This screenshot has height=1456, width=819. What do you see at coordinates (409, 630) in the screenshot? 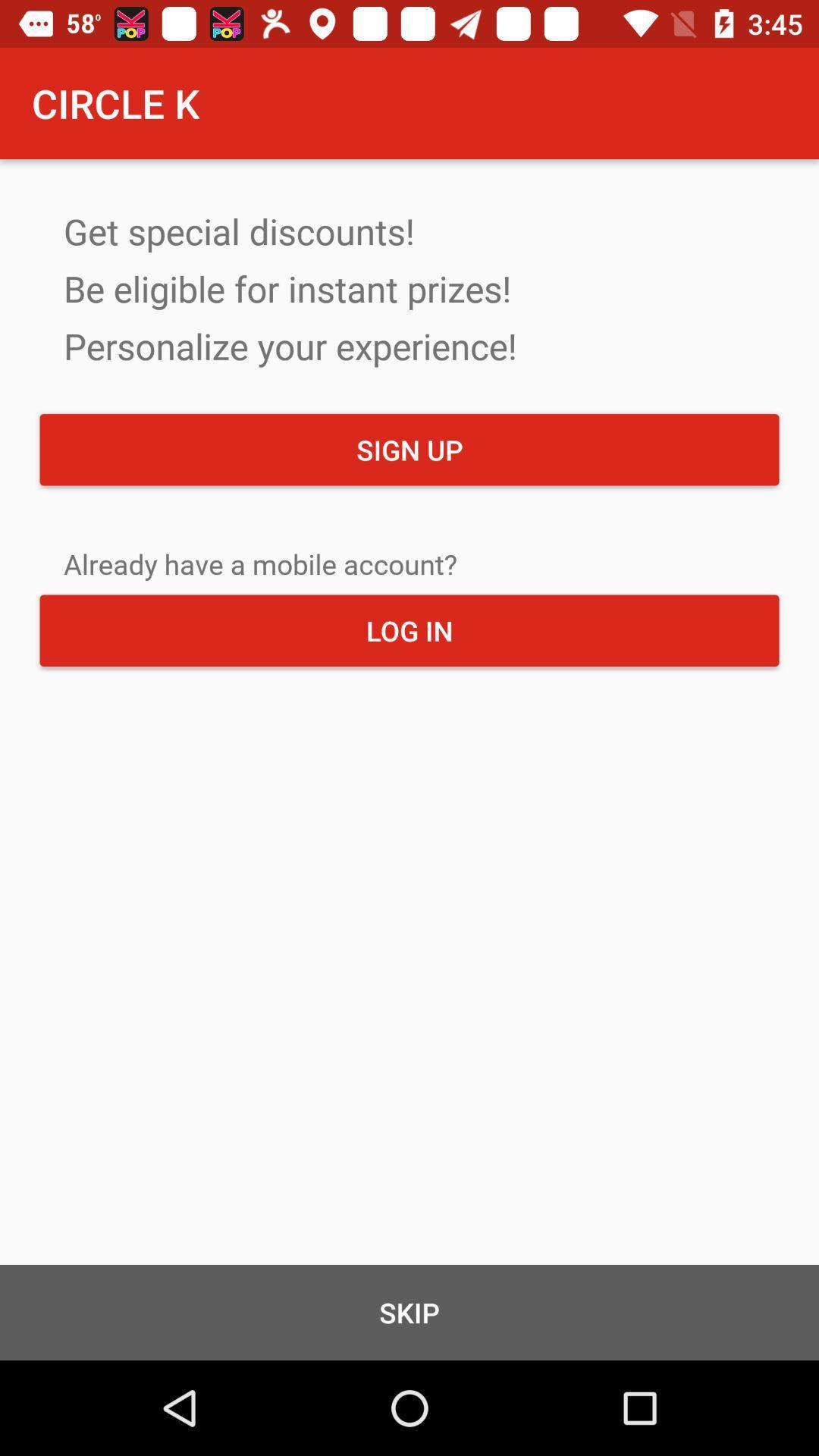
I see `log in` at bounding box center [409, 630].